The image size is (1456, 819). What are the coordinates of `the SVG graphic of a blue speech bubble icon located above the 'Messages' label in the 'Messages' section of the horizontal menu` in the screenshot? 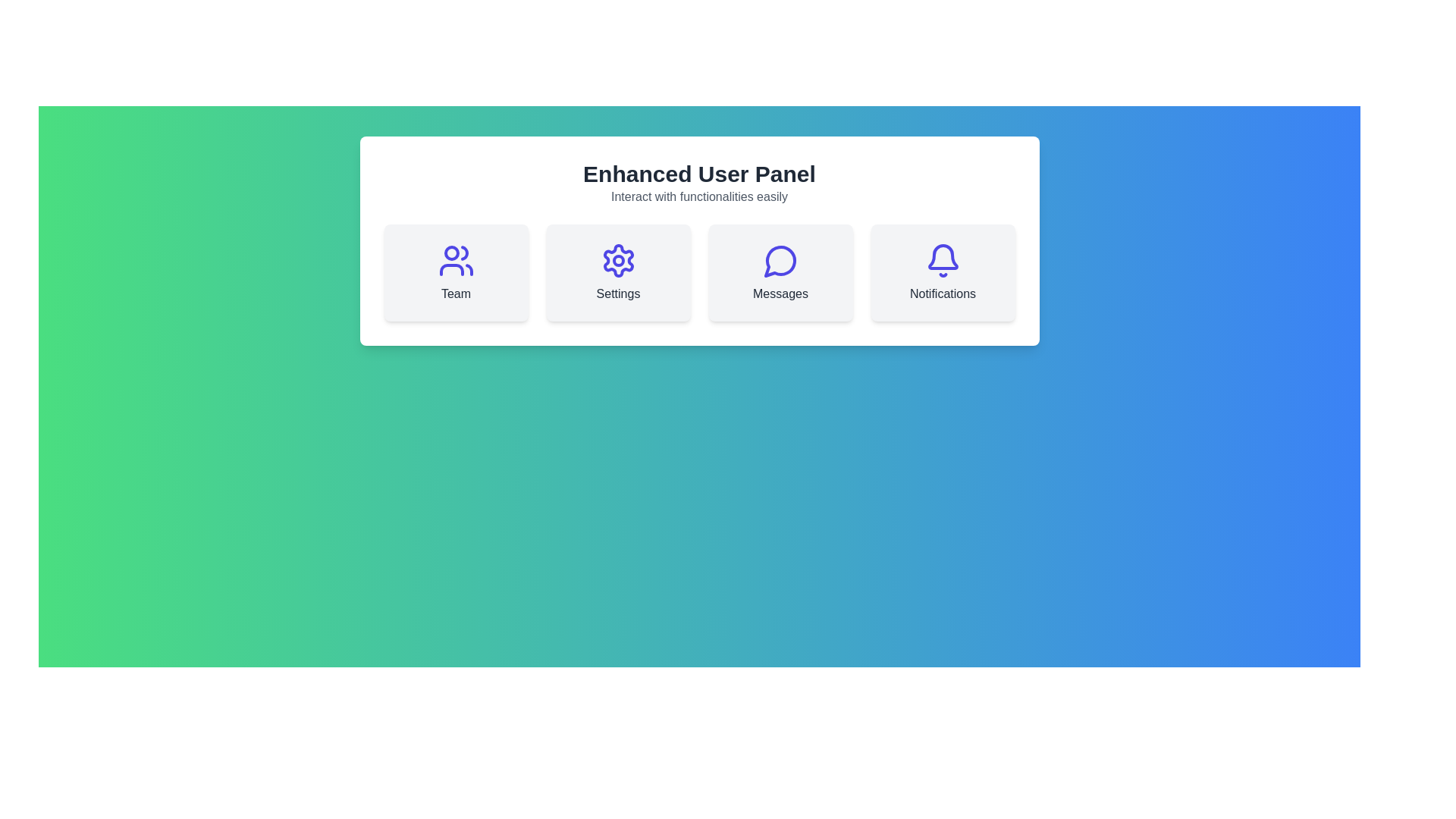 It's located at (780, 259).